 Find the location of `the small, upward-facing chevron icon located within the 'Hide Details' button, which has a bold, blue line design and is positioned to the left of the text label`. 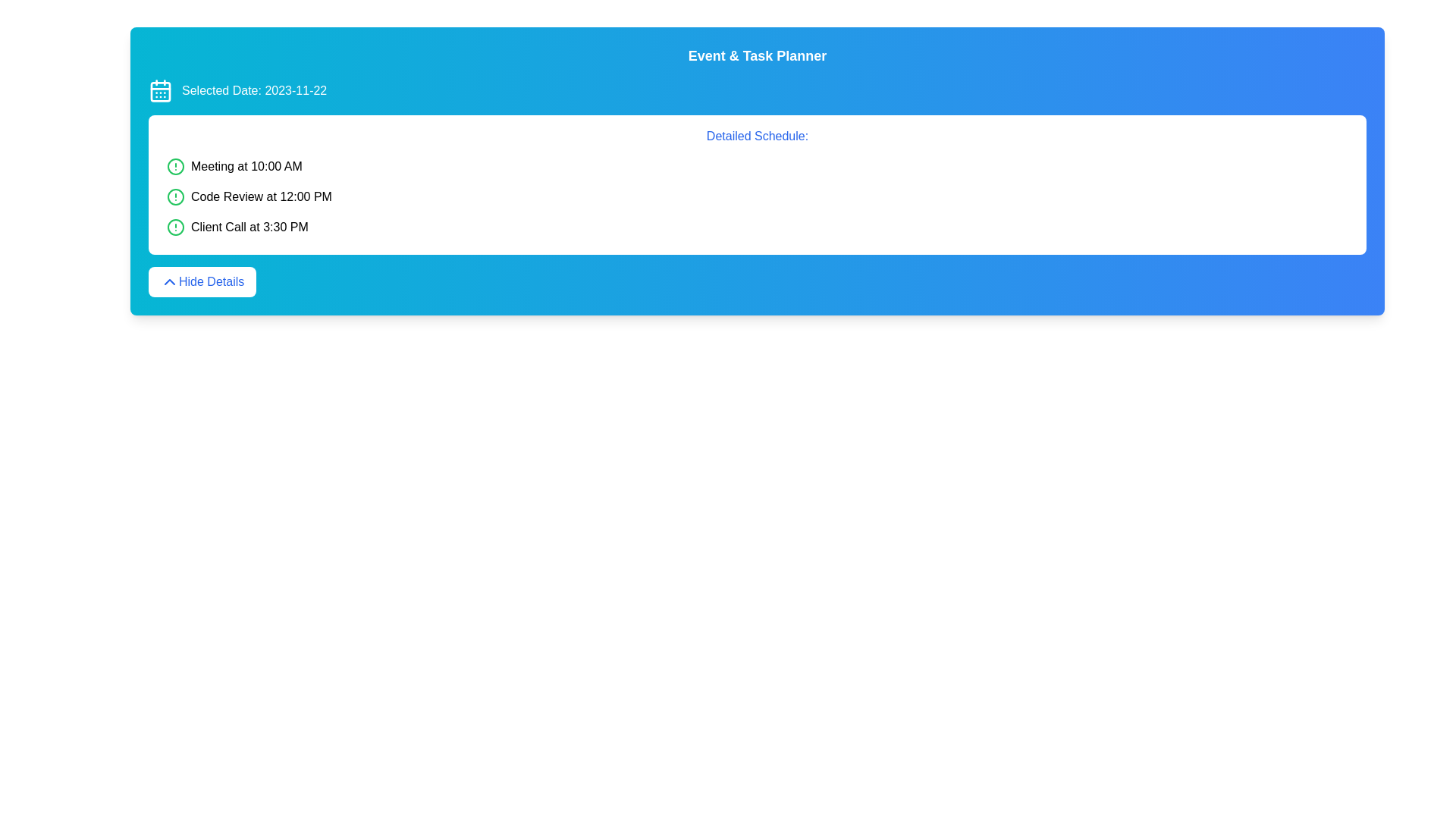

the small, upward-facing chevron icon located within the 'Hide Details' button, which has a bold, blue line design and is positioned to the left of the text label is located at coordinates (170, 281).